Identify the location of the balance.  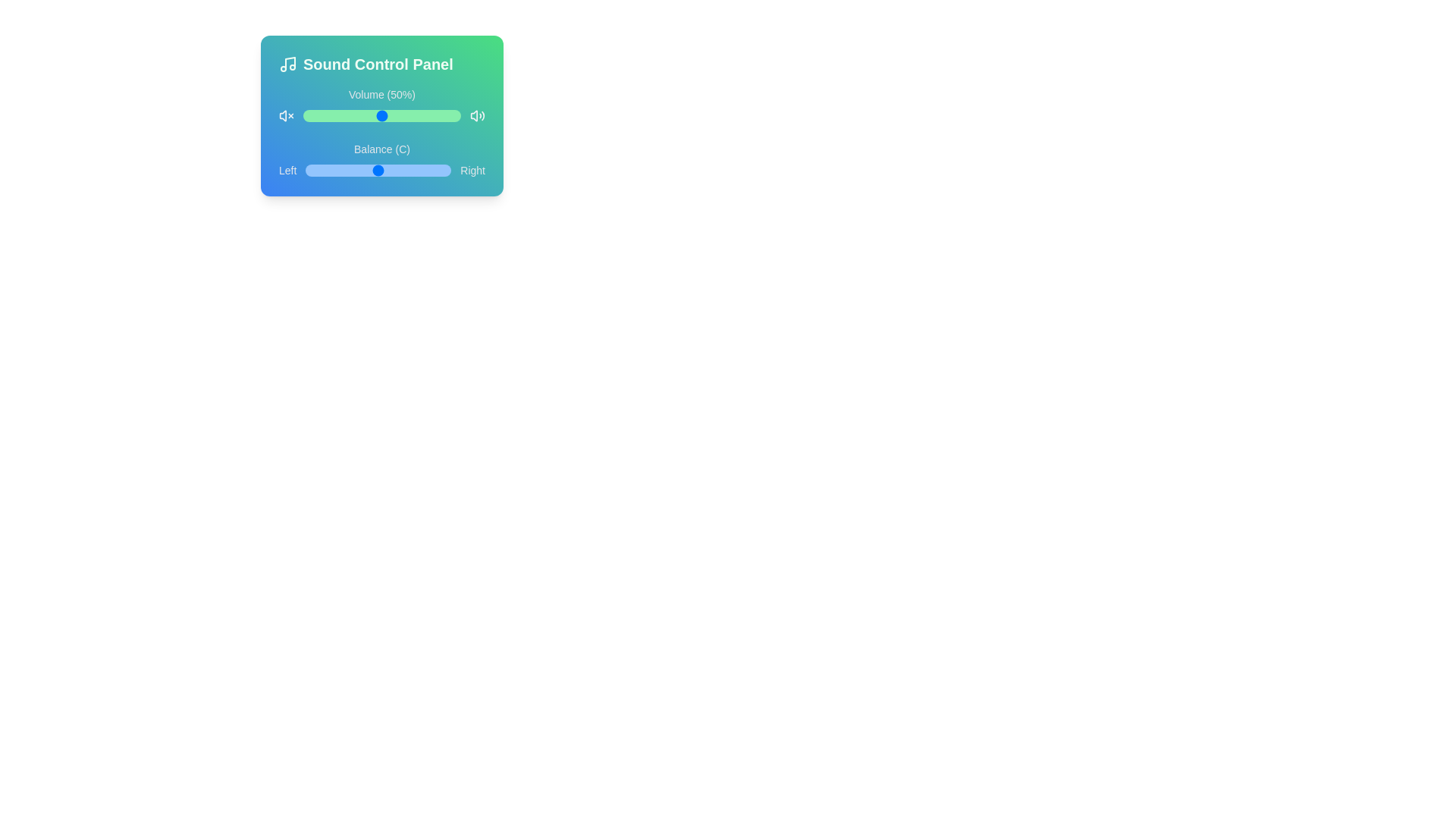
(361, 170).